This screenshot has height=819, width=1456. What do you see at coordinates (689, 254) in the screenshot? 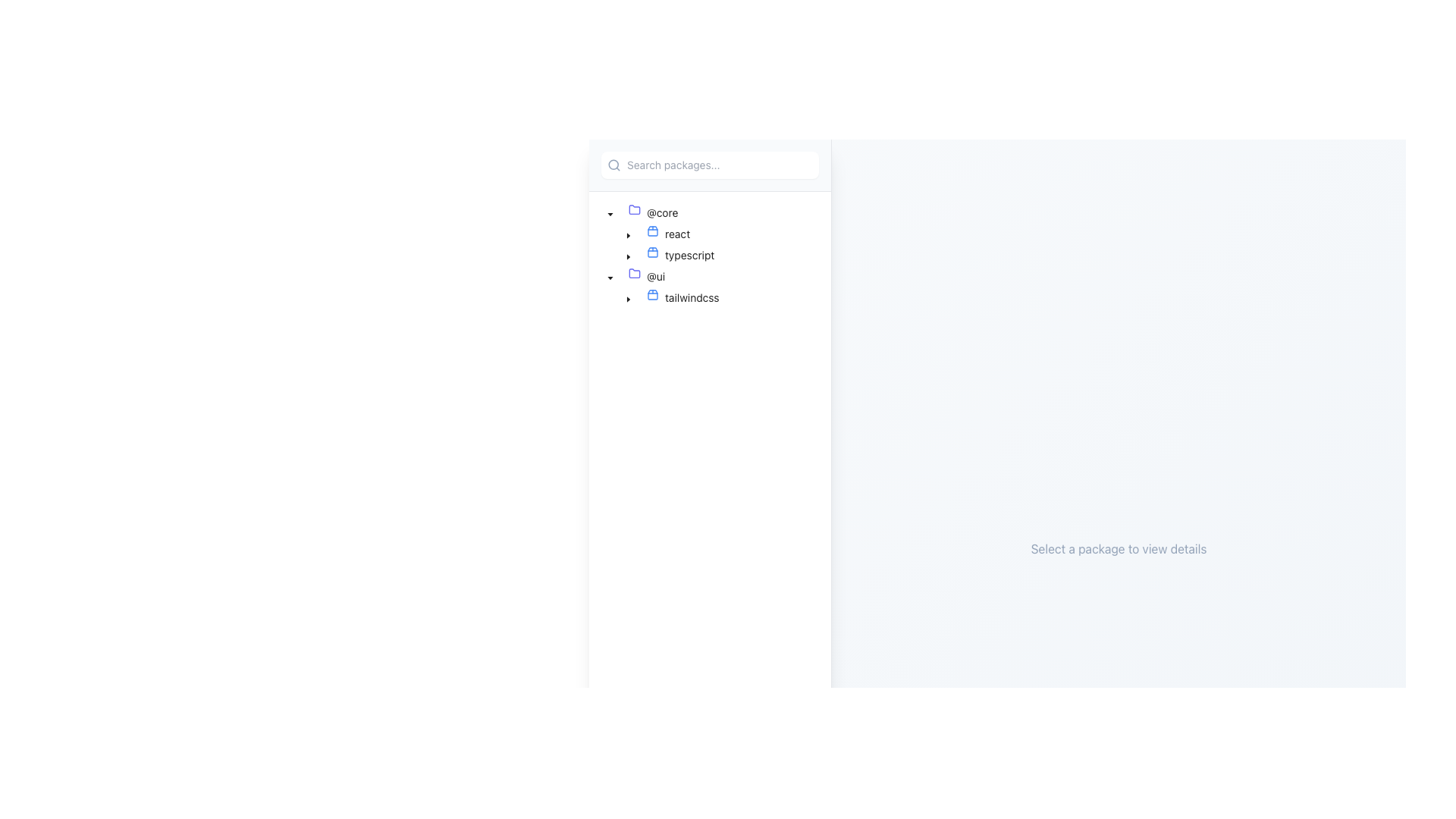
I see `the 'typescript' text label in the hierarchical tree structure` at bounding box center [689, 254].